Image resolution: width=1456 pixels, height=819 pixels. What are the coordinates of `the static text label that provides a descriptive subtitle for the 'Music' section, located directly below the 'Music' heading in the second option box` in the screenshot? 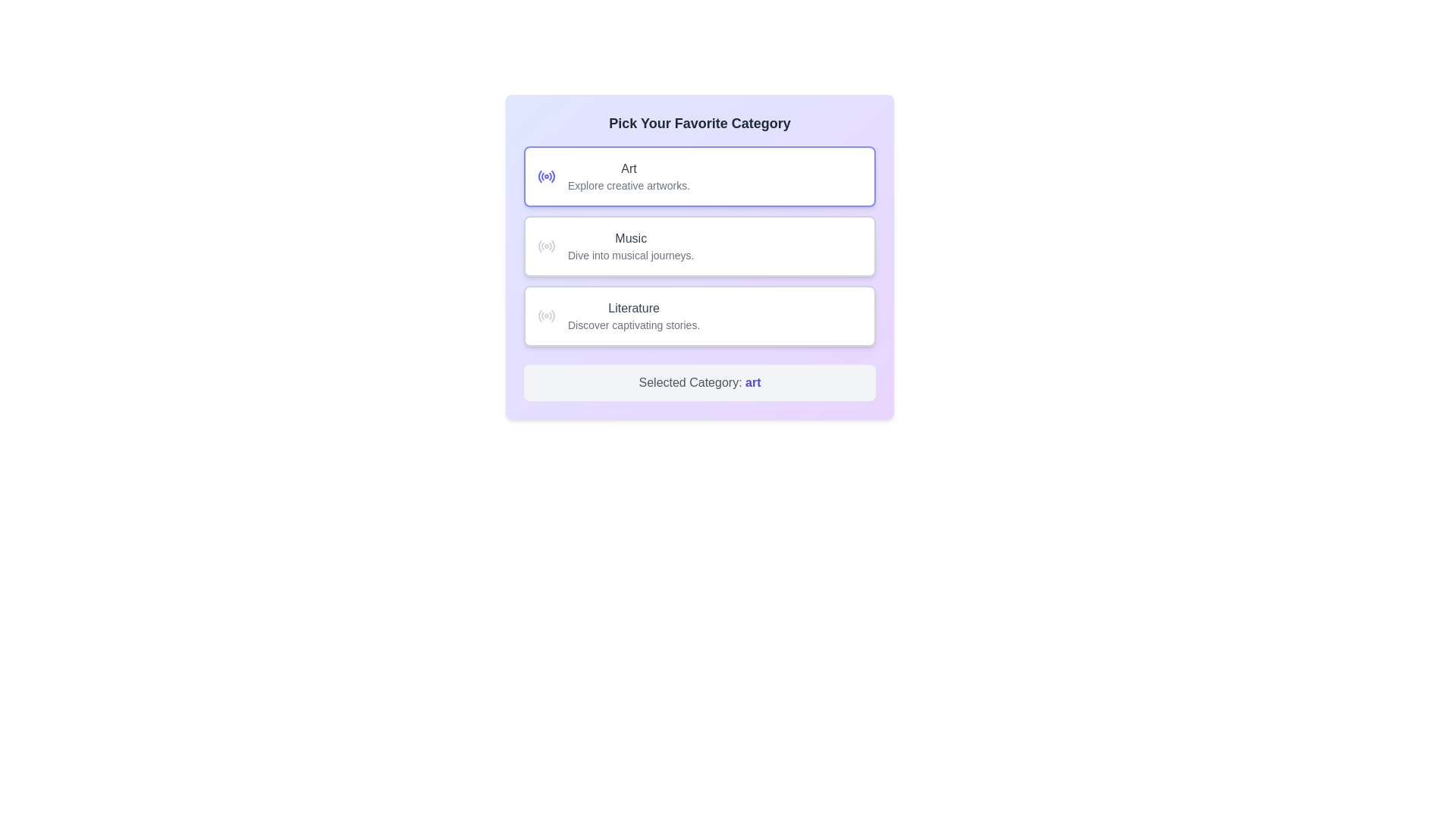 It's located at (631, 254).